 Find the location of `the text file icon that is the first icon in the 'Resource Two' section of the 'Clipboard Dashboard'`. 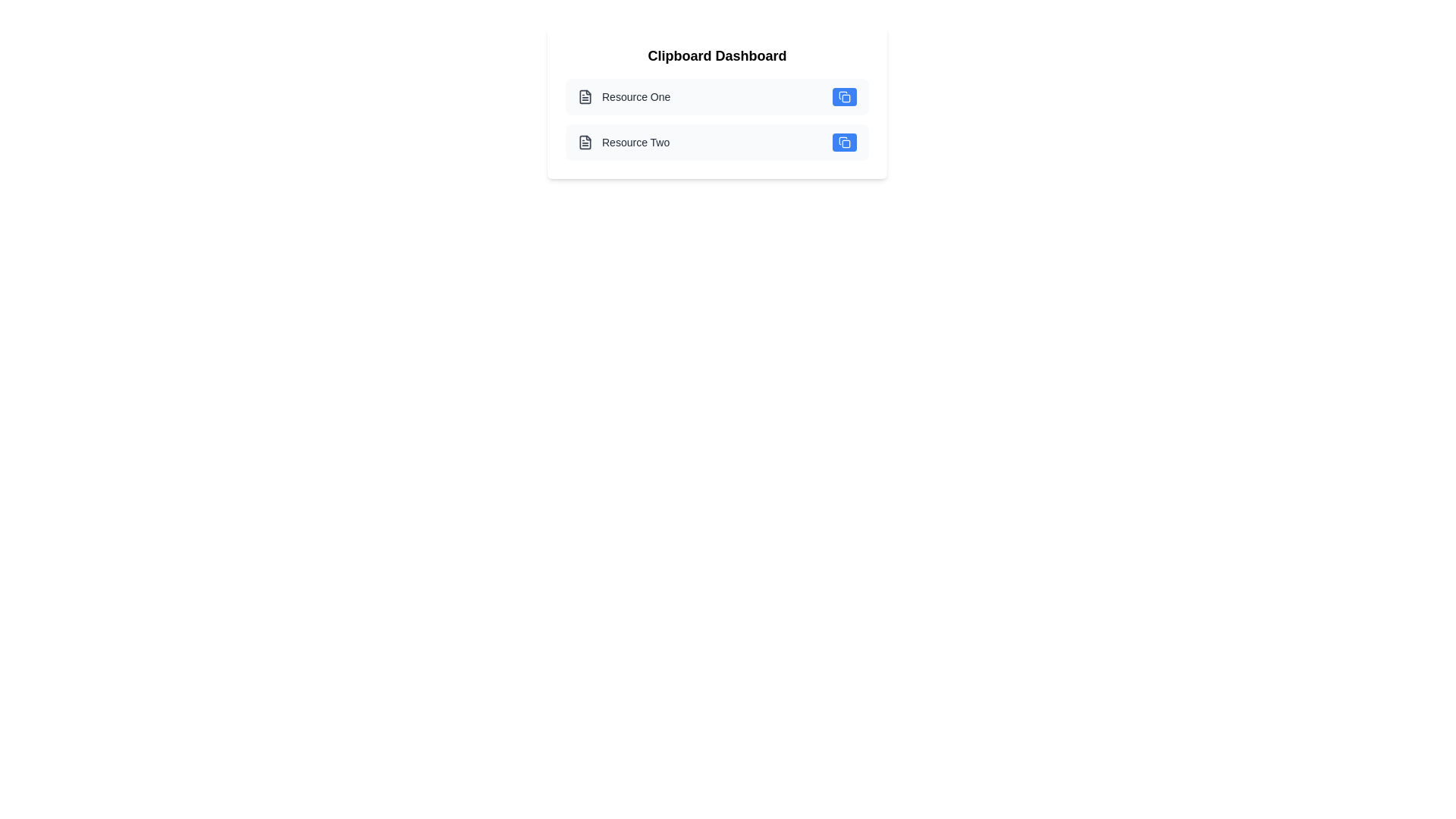

the text file icon that is the first icon in the 'Resource Two' section of the 'Clipboard Dashboard' is located at coordinates (585, 143).